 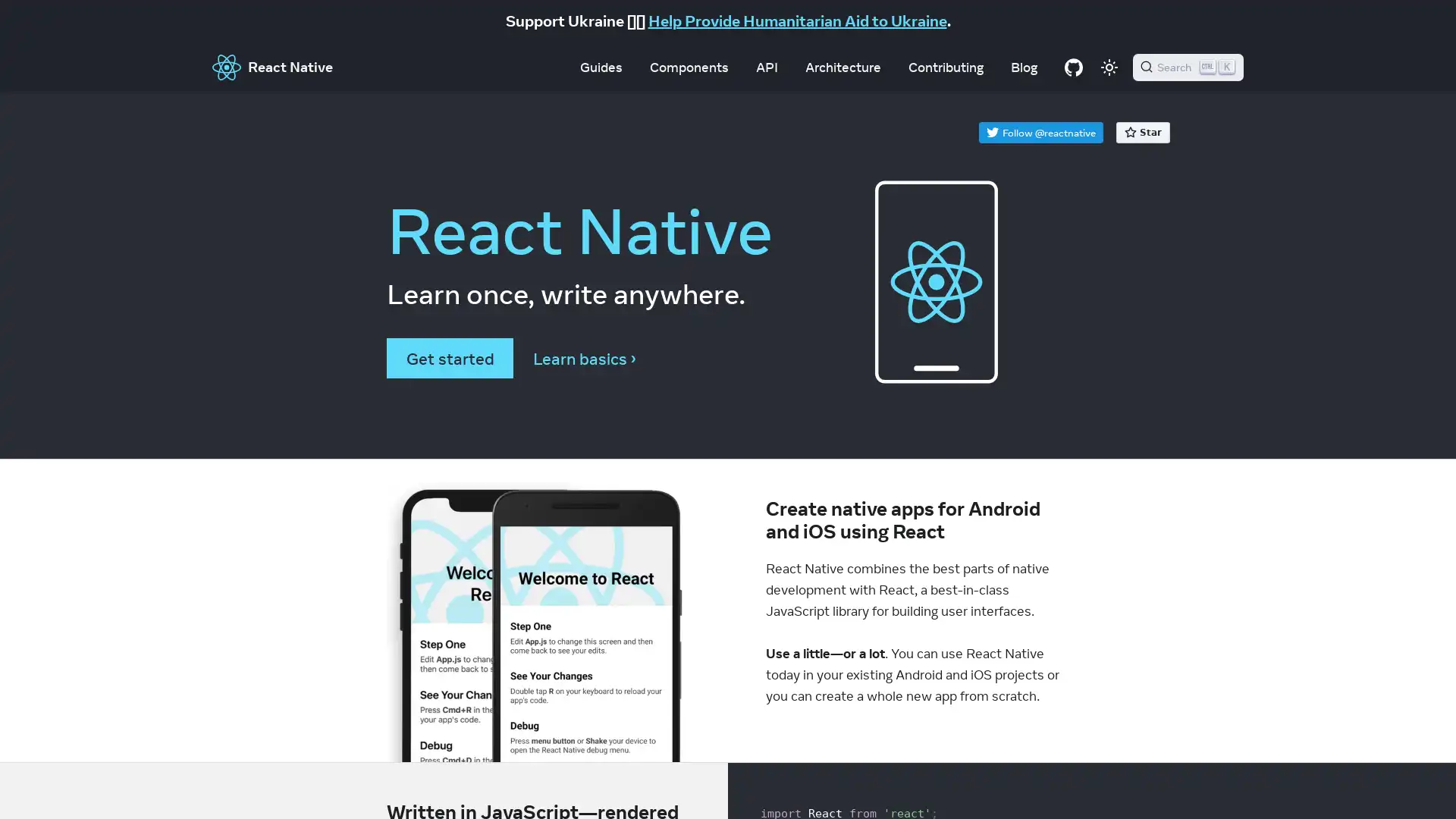 What do you see at coordinates (1109, 66) in the screenshot?
I see `Switch between dark and light mode (currently light mode)` at bounding box center [1109, 66].